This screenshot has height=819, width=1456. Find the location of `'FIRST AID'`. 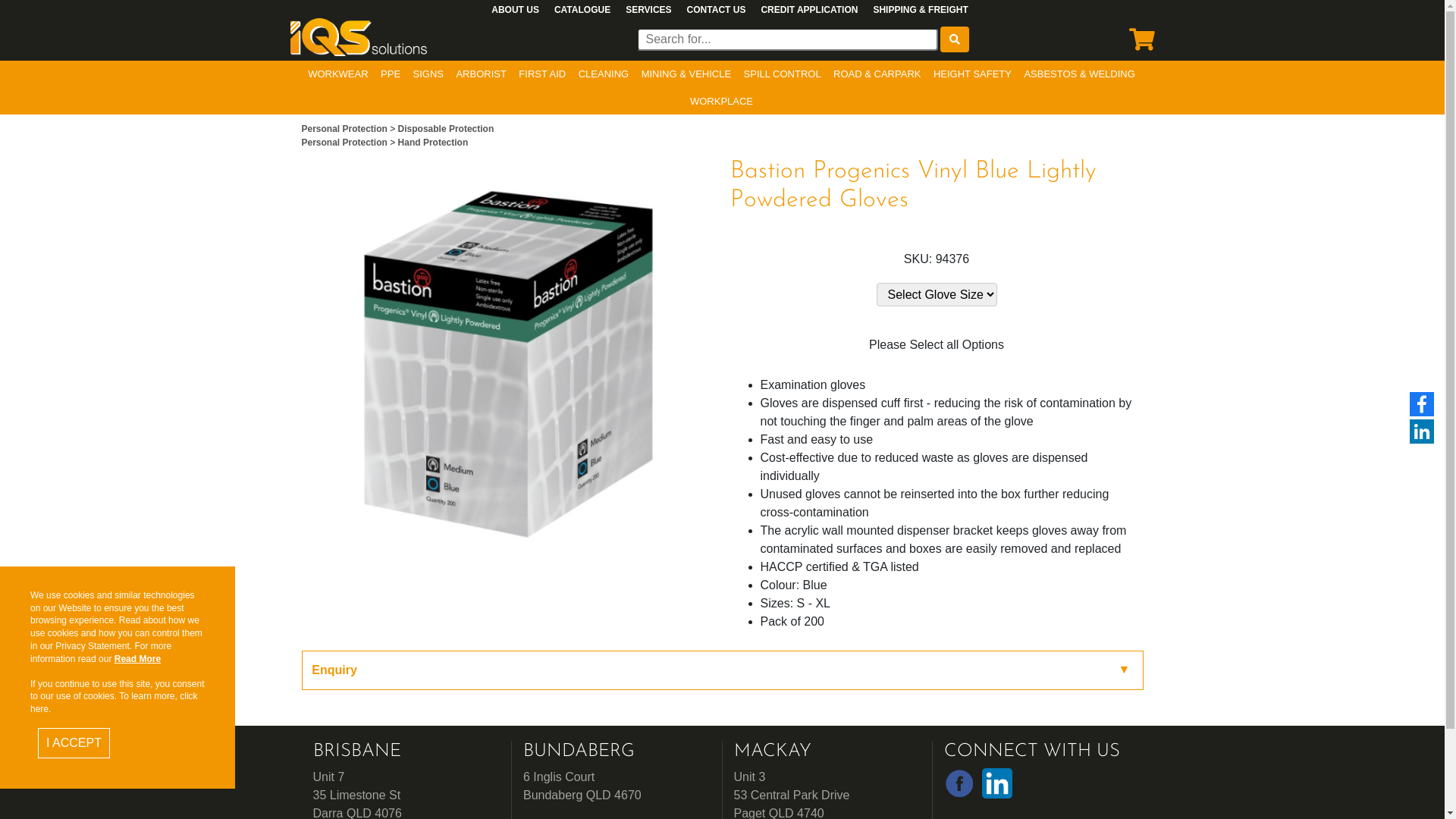

'FIRST AID' is located at coordinates (542, 74).